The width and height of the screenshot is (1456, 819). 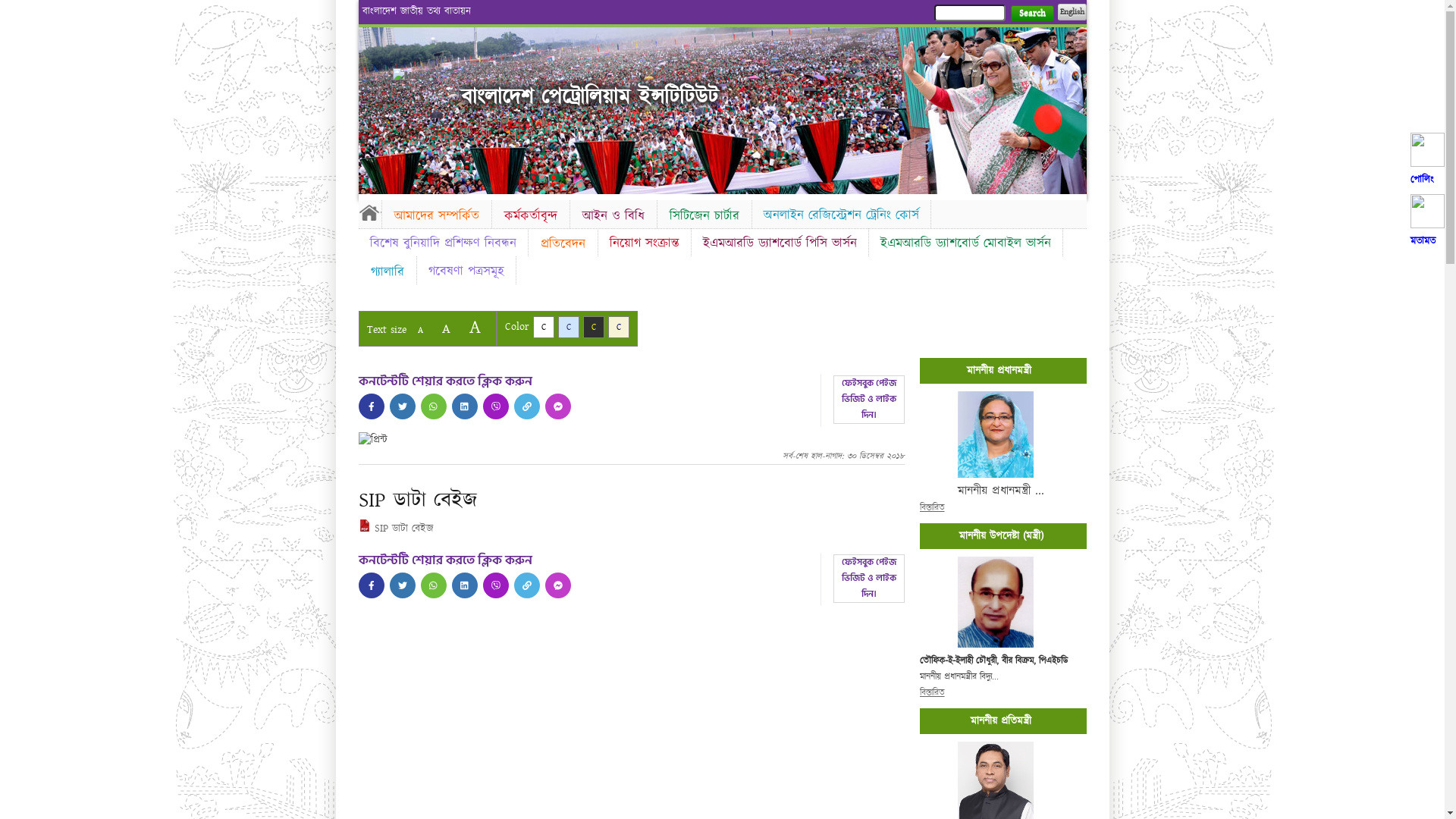 I want to click on 'C', so click(x=607, y=326).